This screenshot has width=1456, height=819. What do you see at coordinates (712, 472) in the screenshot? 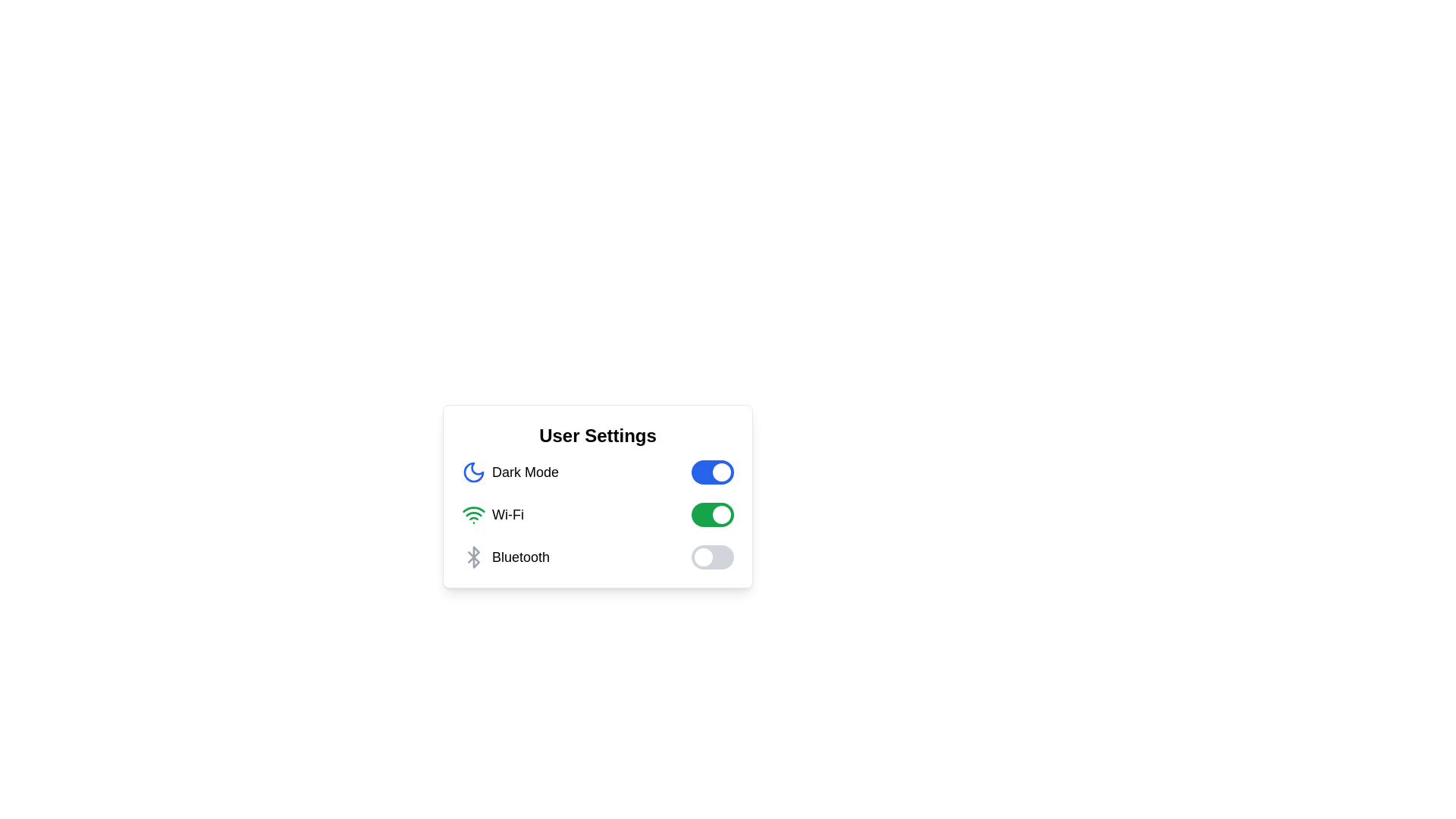
I see `the circular white toggle handle of the Dark Mode toggle switch` at bounding box center [712, 472].